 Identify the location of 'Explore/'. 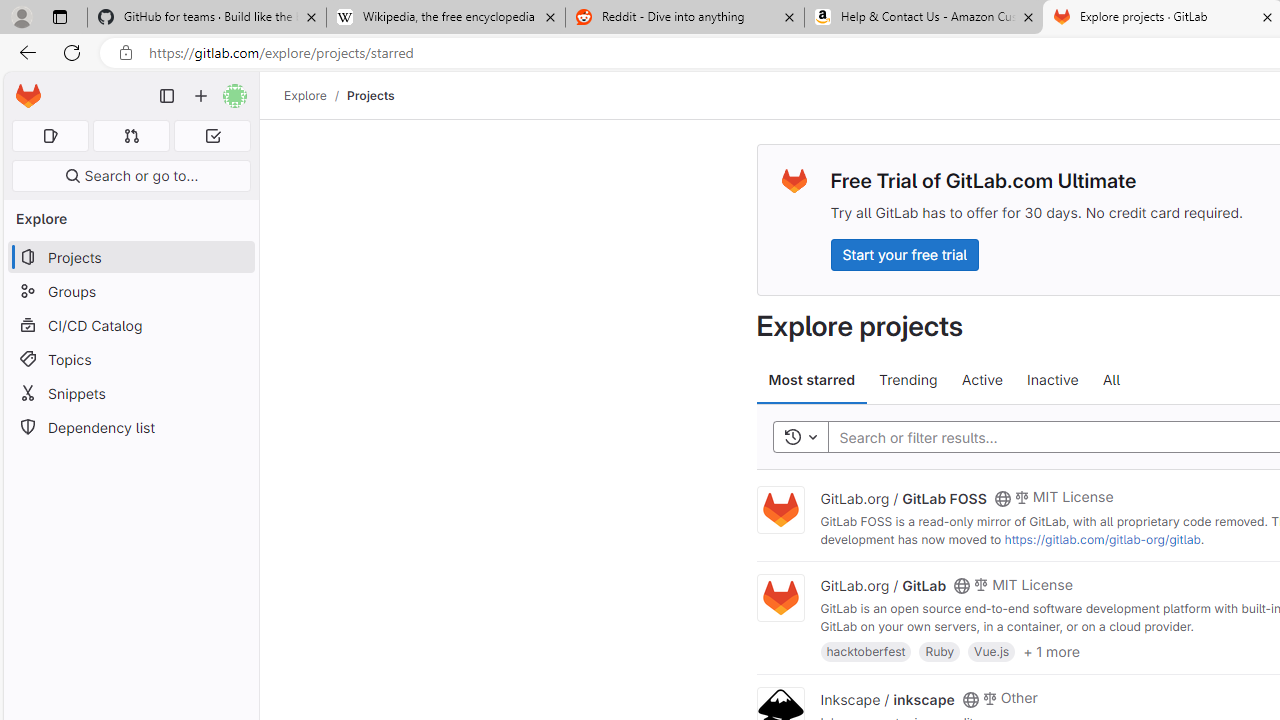
(315, 95).